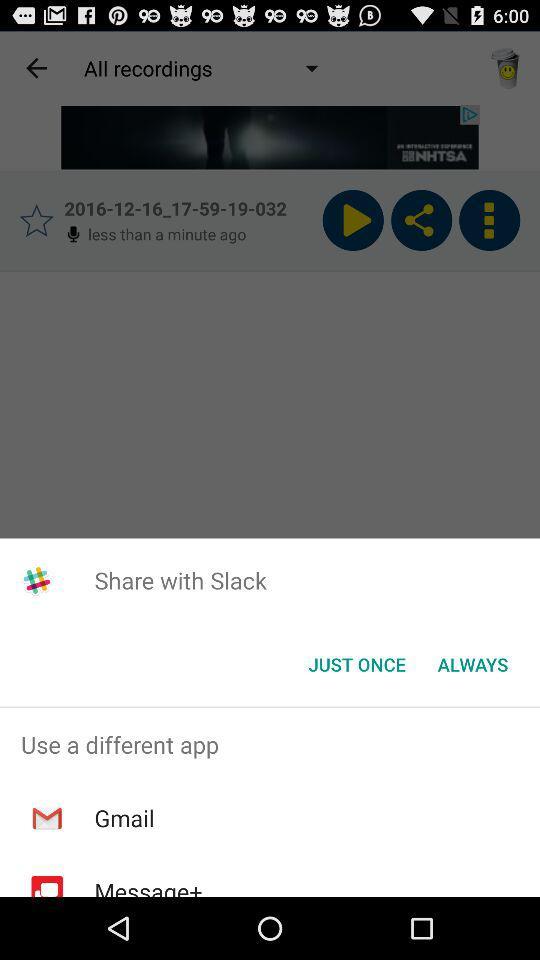 Image resolution: width=540 pixels, height=960 pixels. I want to click on the use a different icon, so click(270, 743).